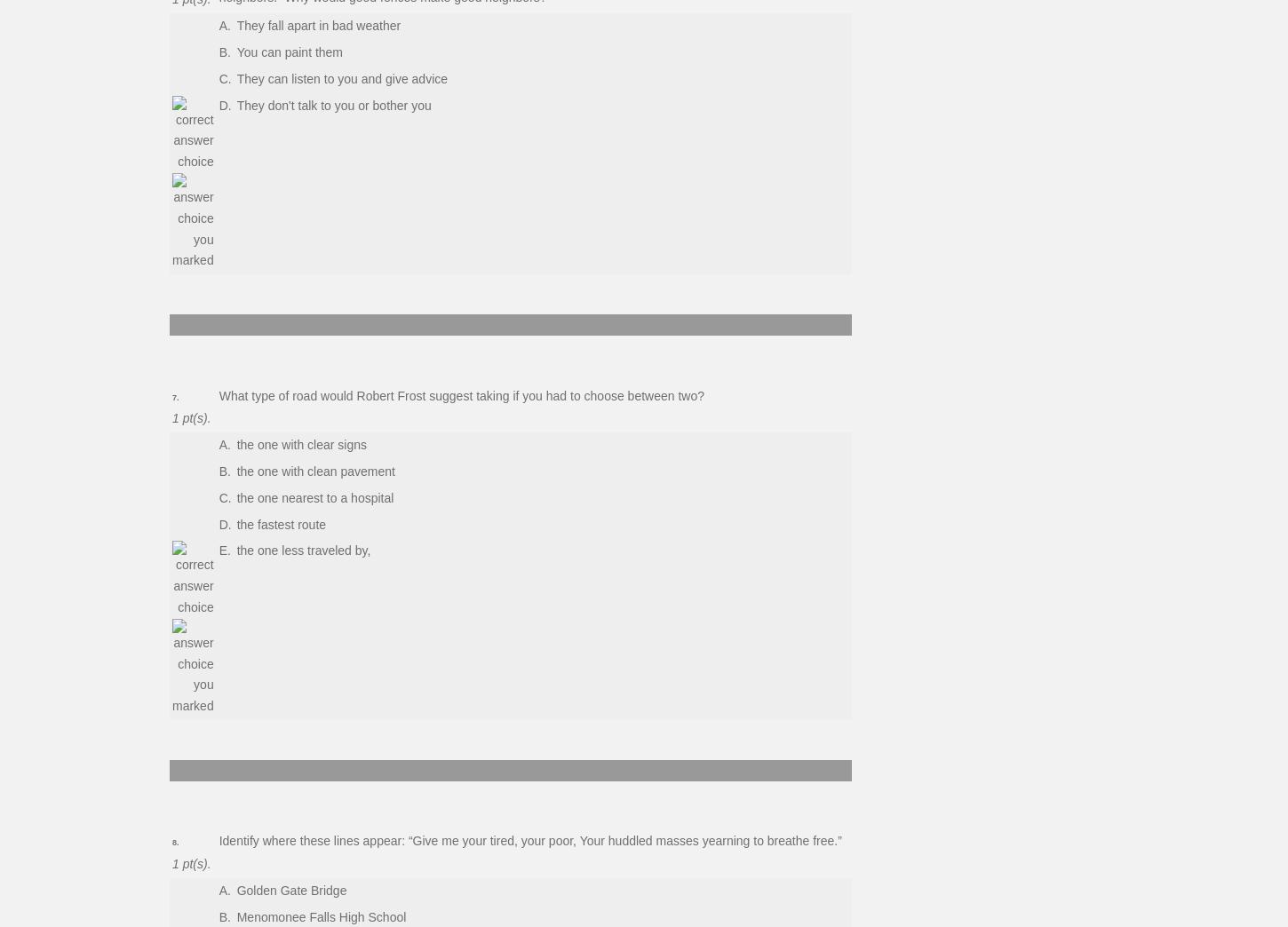 This screenshot has width=1288, height=927. Describe the element at coordinates (332, 104) in the screenshot. I see `'They don't talk to you or bother you'` at that location.